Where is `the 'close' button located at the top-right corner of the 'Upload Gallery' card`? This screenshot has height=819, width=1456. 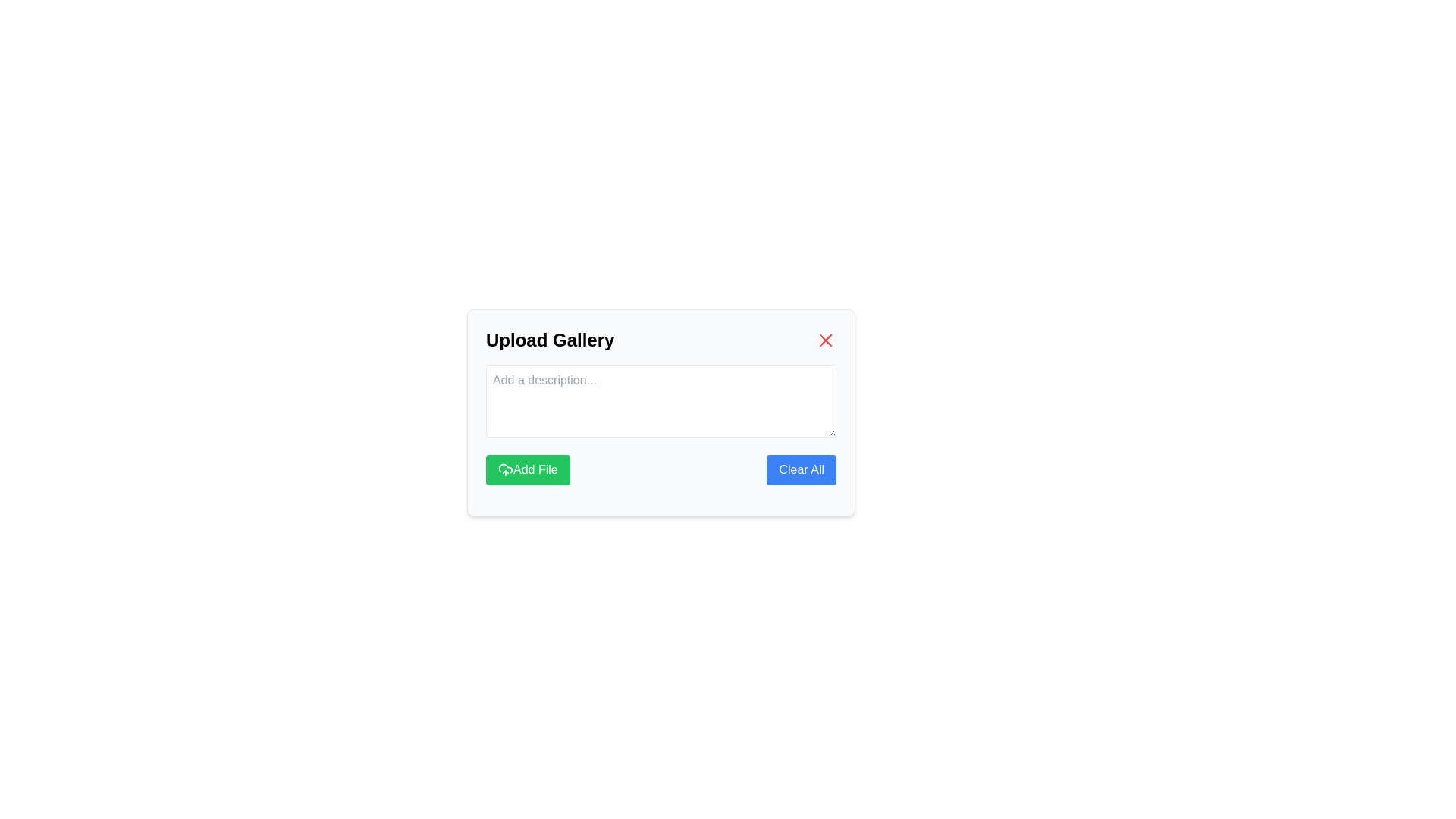 the 'close' button located at the top-right corner of the 'Upload Gallery' card is located at coordinates (825, 339).